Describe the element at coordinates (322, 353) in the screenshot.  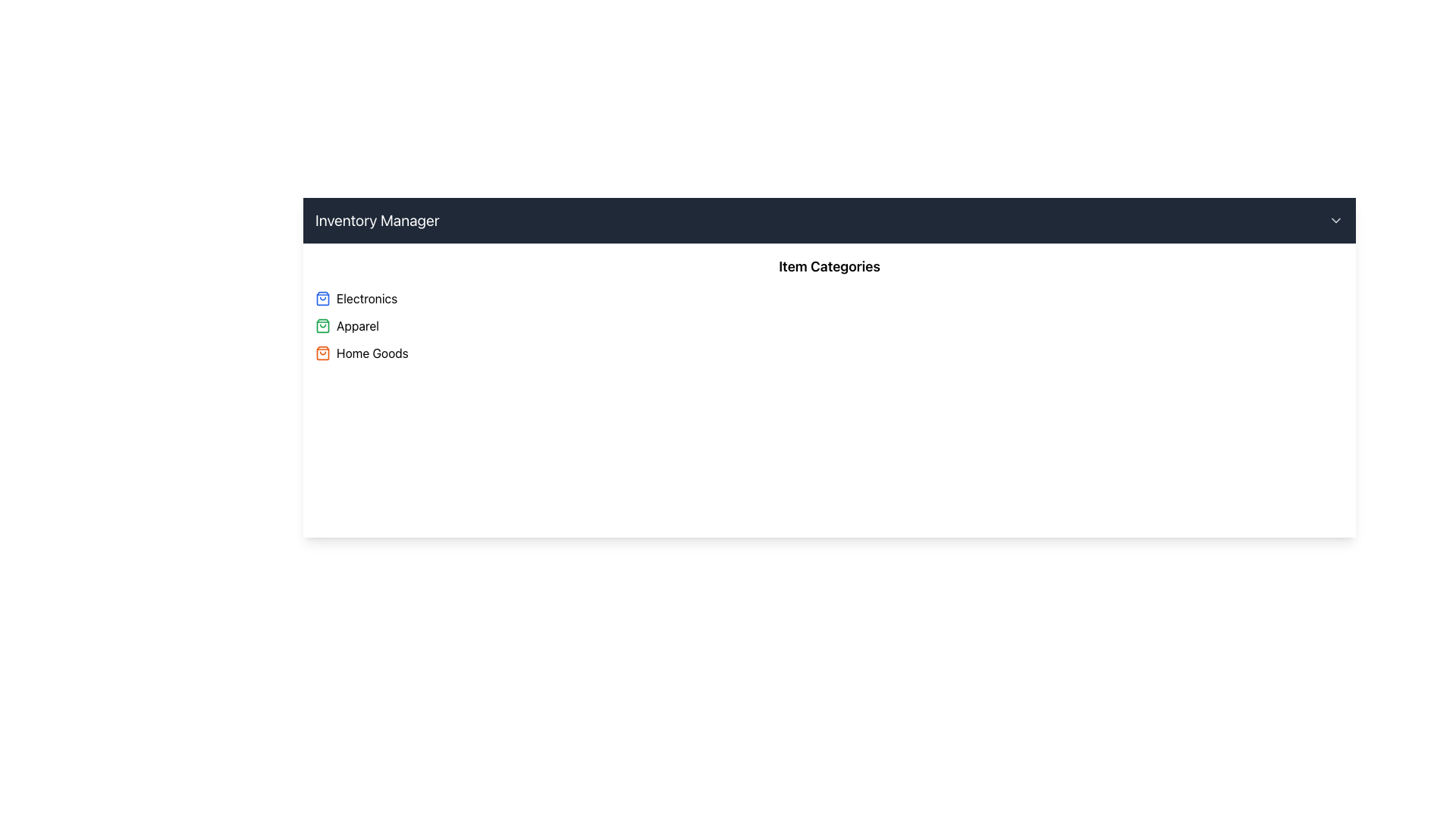
I see `the 'Home Goods' icon located within the 'Home Goods' category, which is the third item in the vertically stacked list below the 'Item Categories' heading` at that location.